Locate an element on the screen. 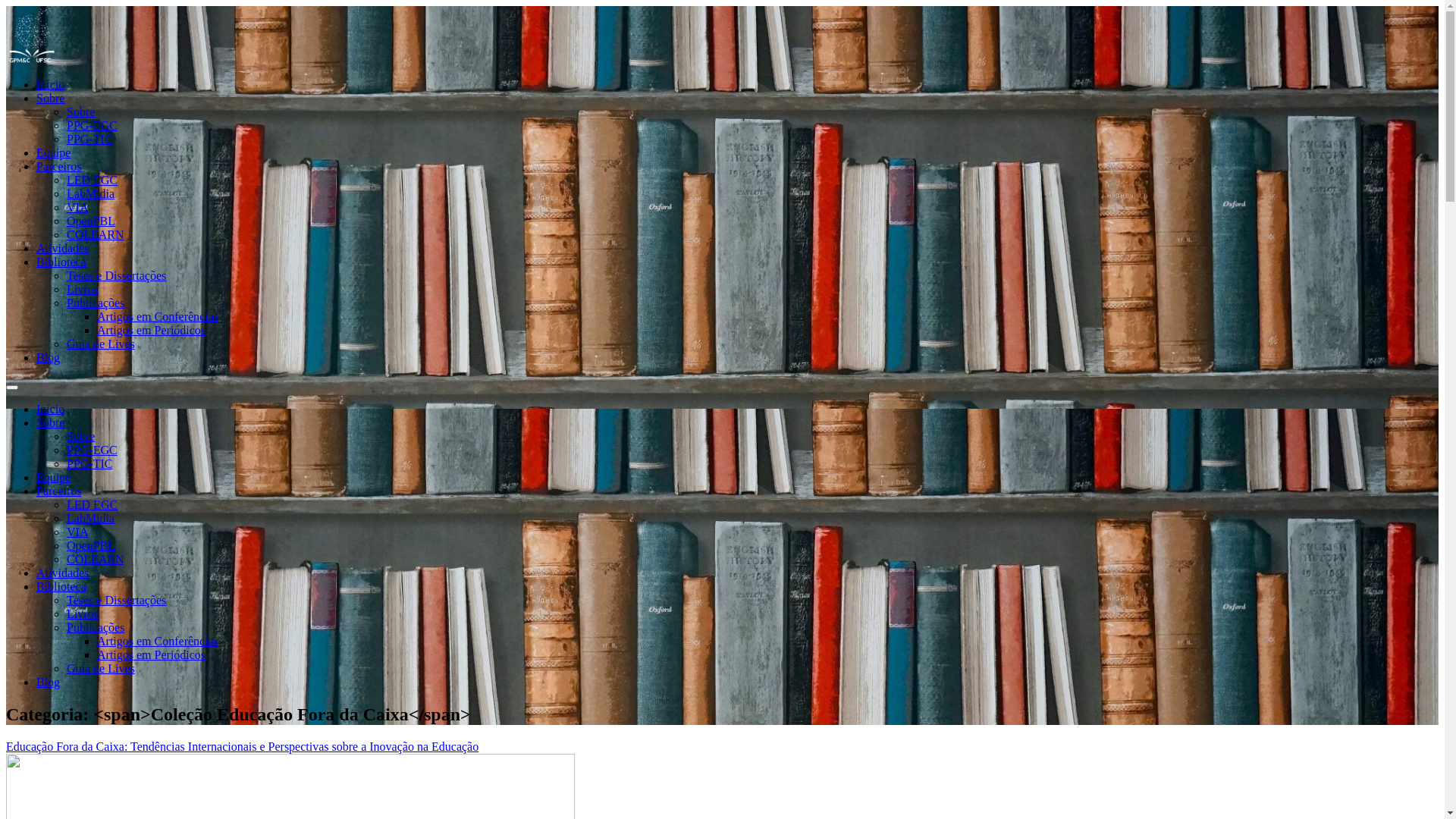 This screenshot has height=819, width=1456. 'COLEARN' is located at coordinates (94, 559).